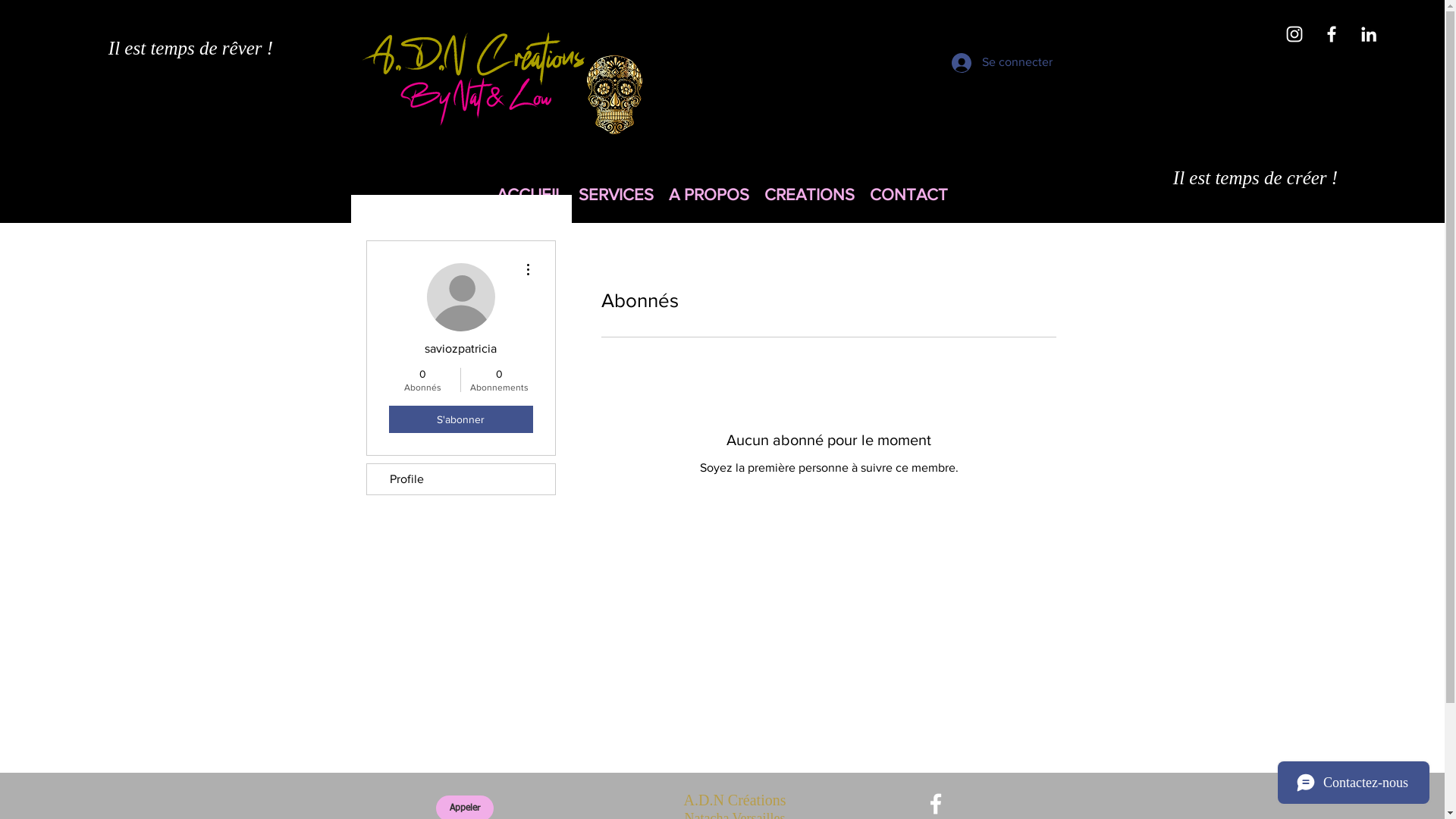 The width and height of the screenshot is (1456, 819). Describe the element at coordinates (616, 193) in the screenshot. I see `'SERVICES'` at that location.